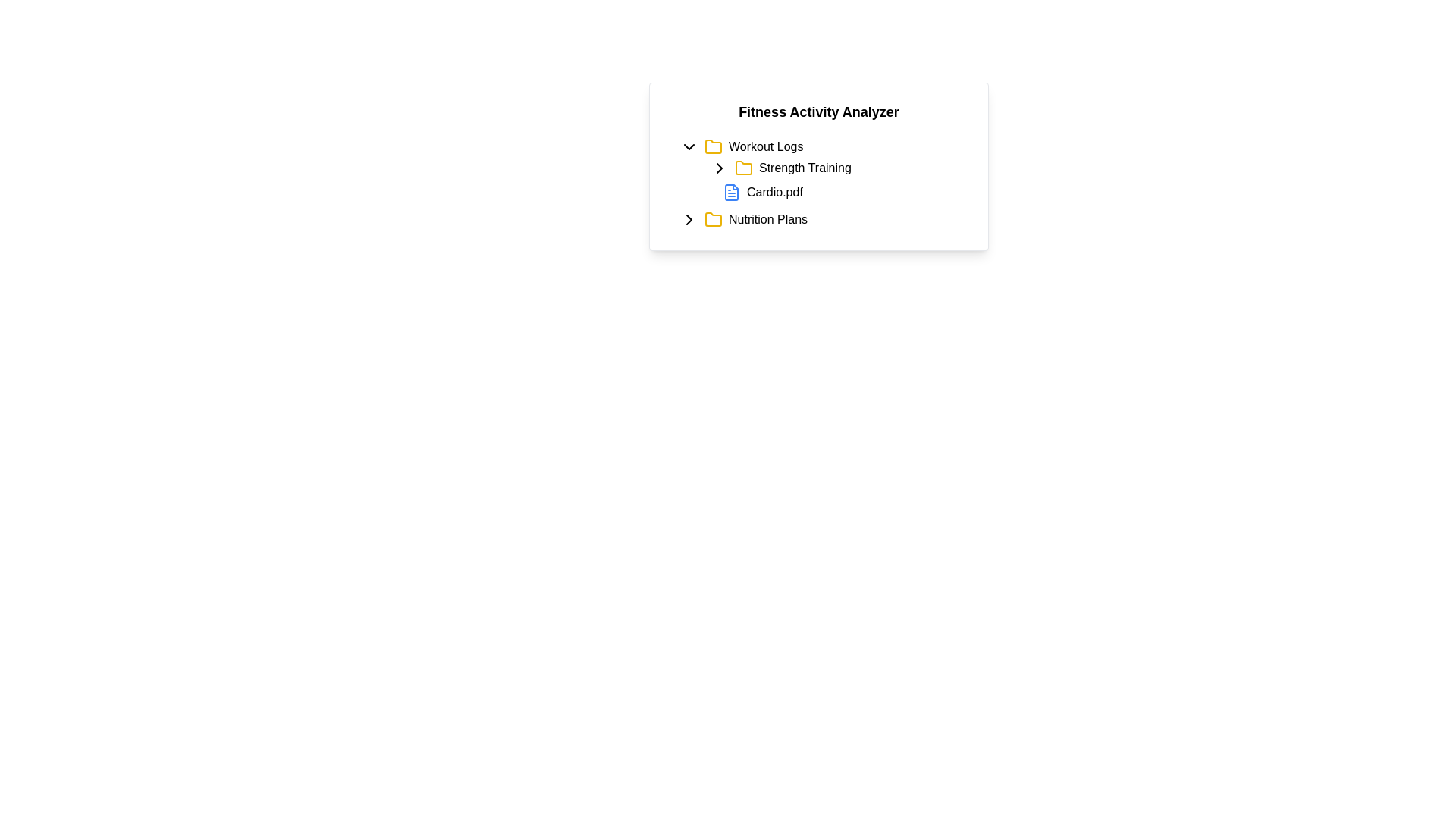  Describe the element at coordinates (688, 146) in the screenshot. I see `the chevron icon located at the far left of the 'Workout Logs' row` at that location.